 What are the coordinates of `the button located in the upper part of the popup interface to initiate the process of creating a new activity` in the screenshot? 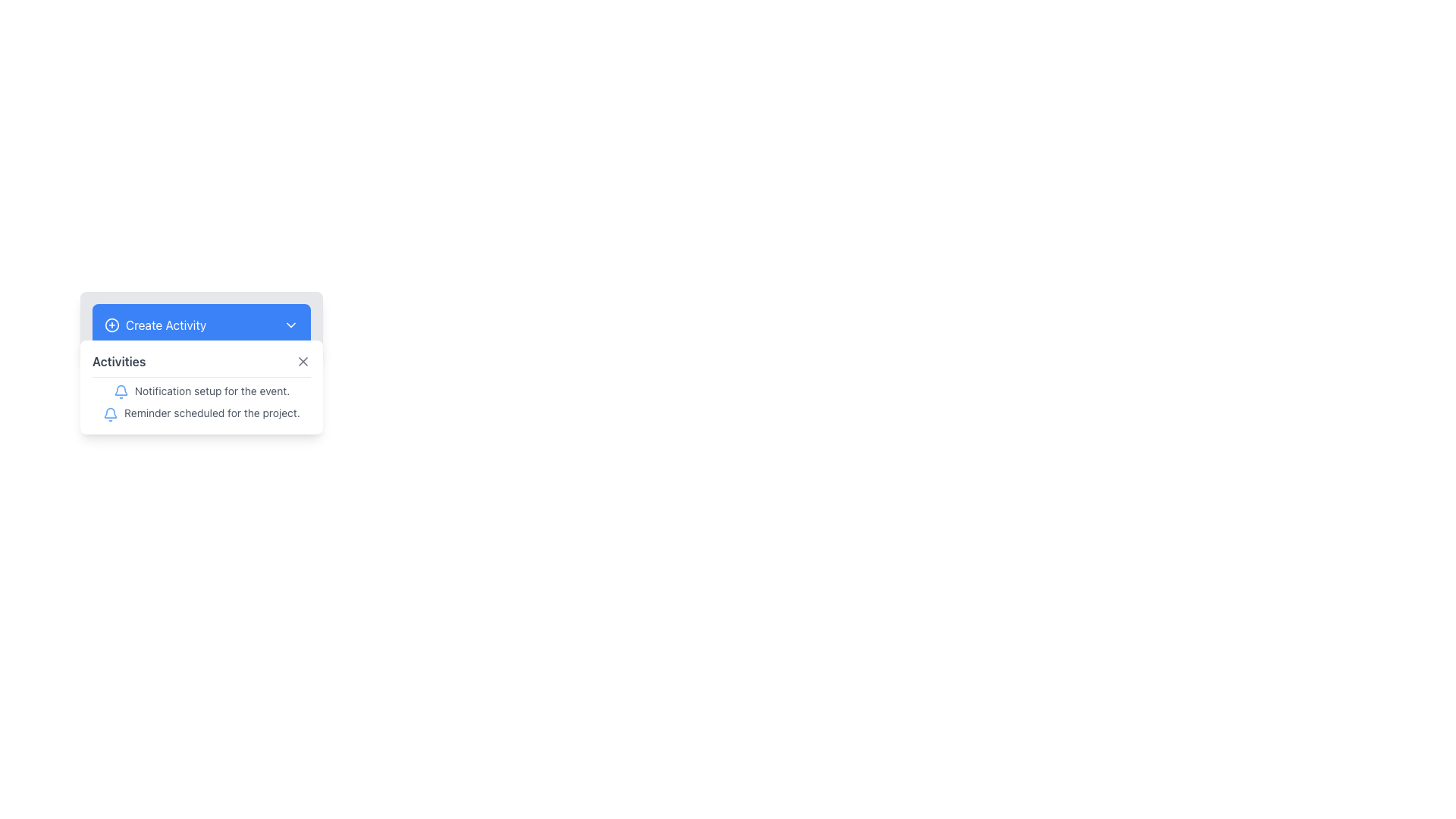 It's located at (200, 324).